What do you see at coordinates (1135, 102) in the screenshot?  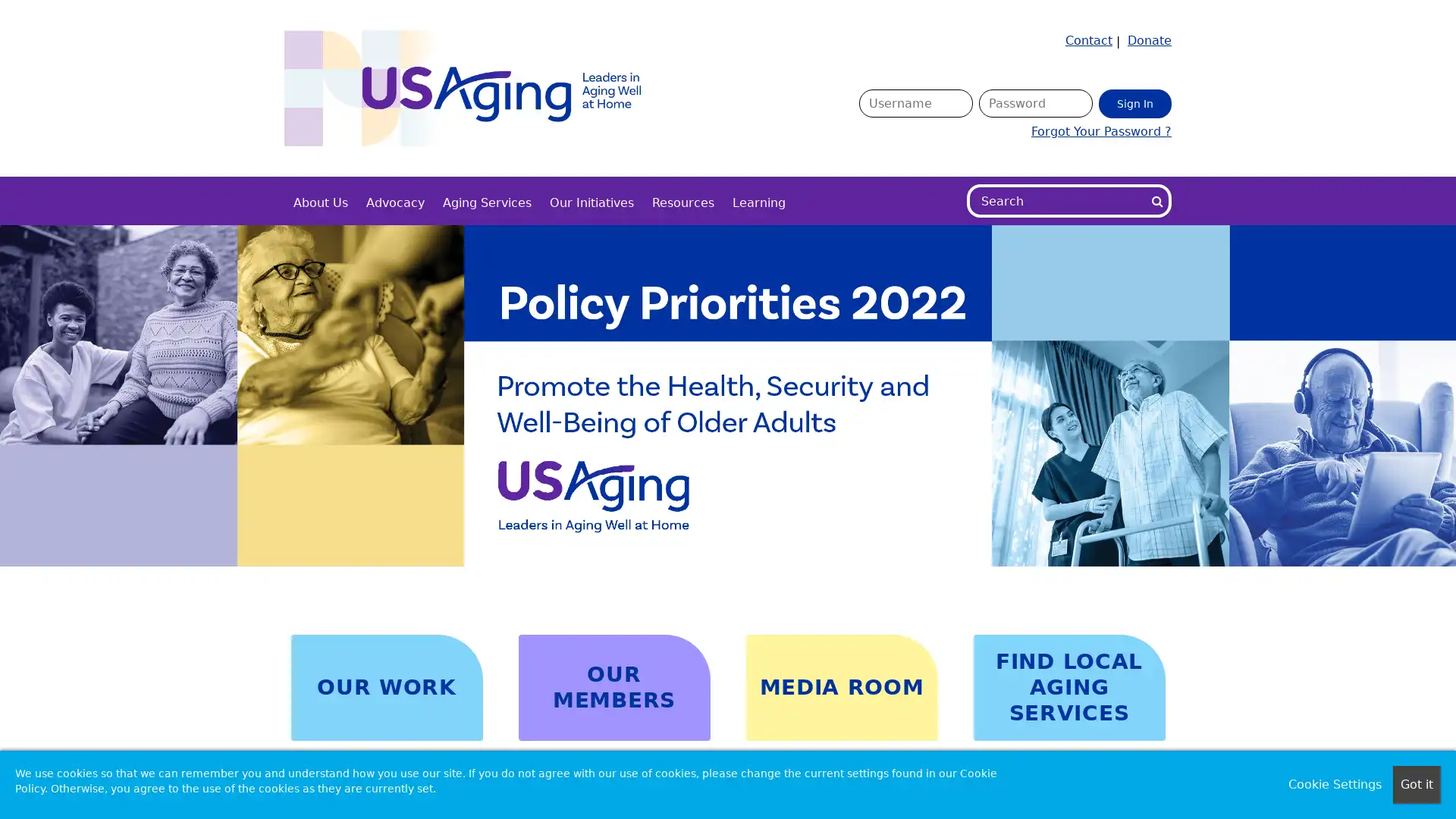 I see `Sign In` at bounding box center [1135, 102].